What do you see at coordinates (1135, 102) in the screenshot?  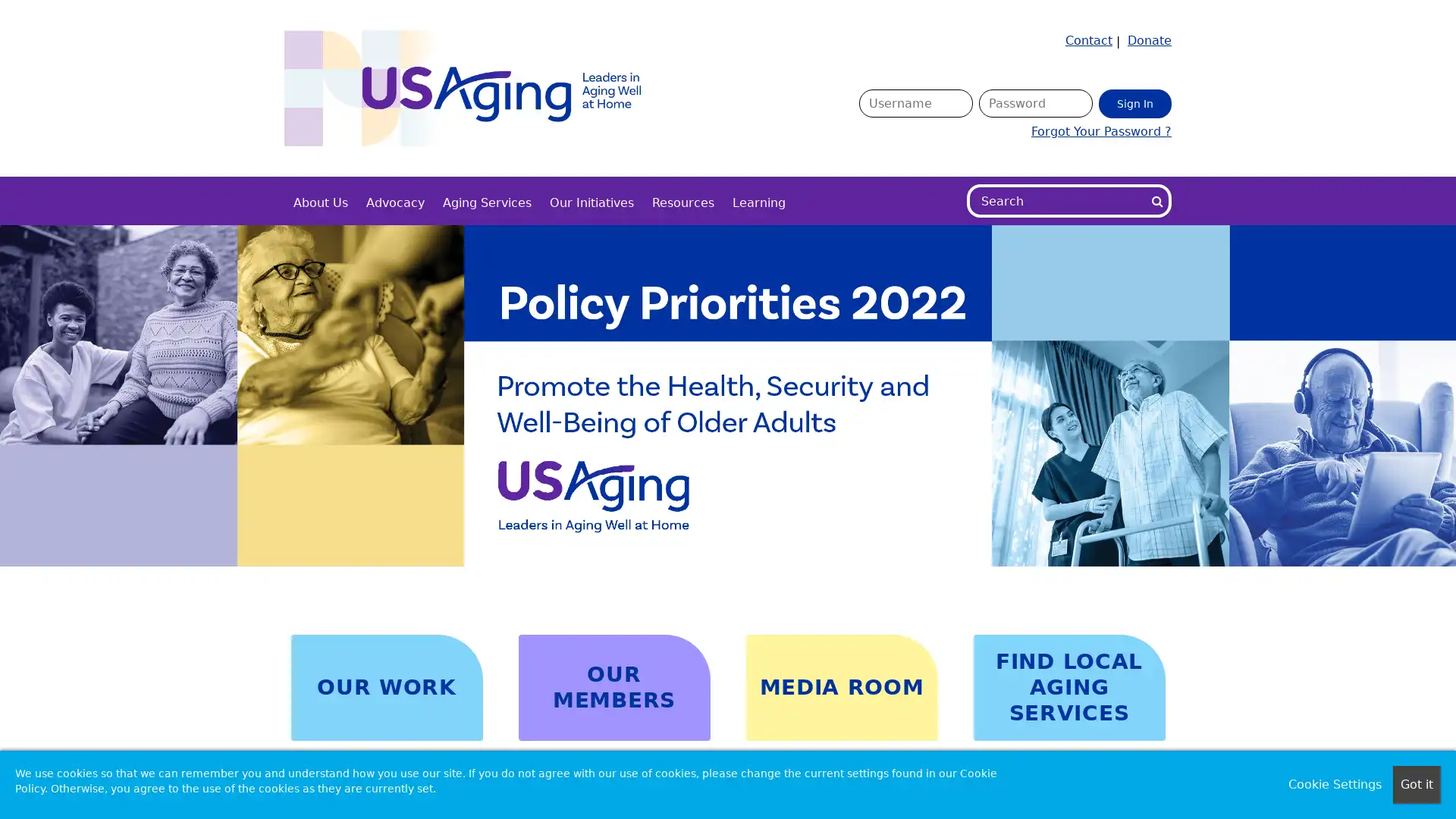 I see `Sign In` at bounding box center [1135, 102].